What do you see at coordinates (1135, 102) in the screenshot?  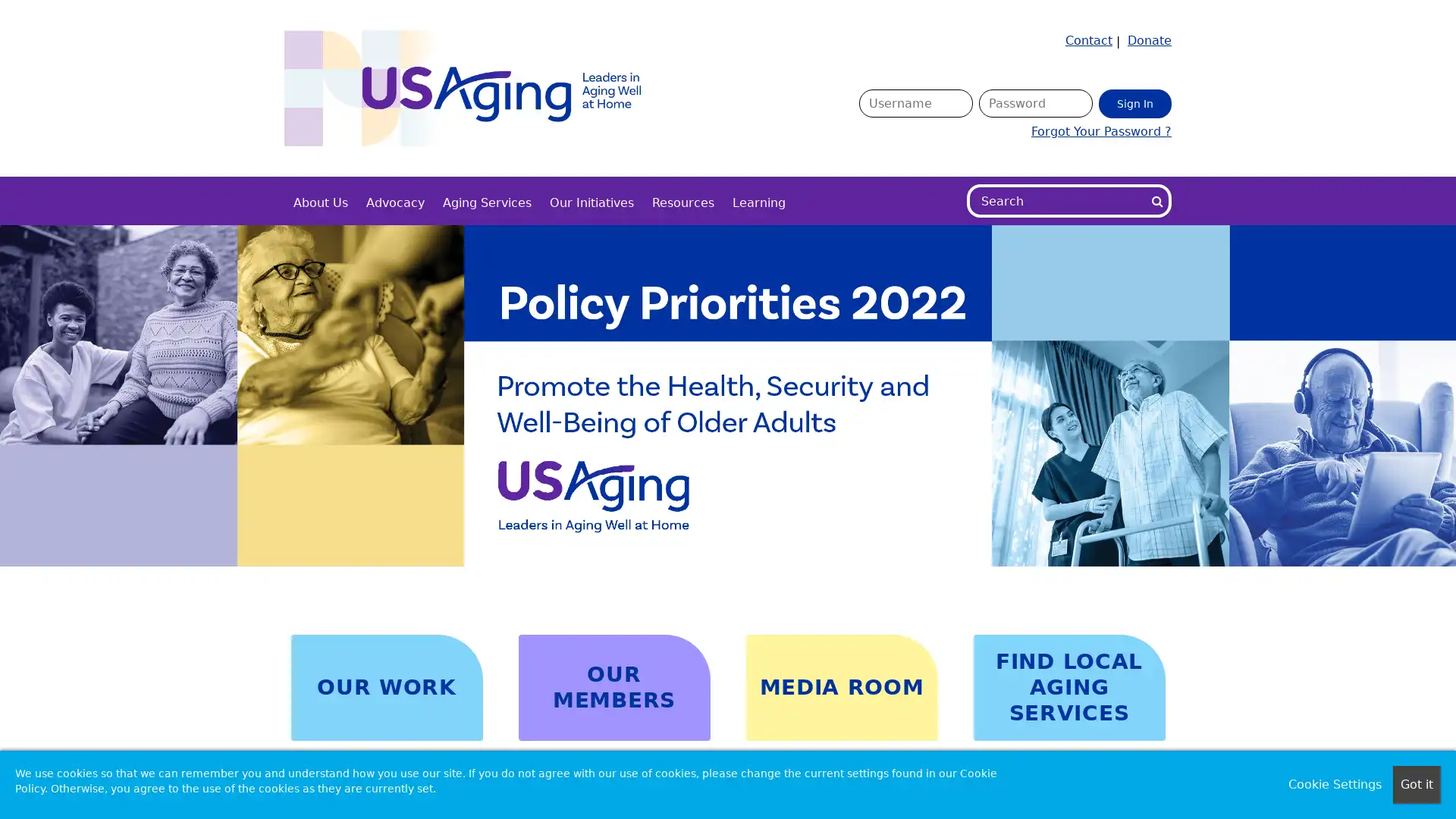 I see `Sign In` at bounding box center [1135, 102].